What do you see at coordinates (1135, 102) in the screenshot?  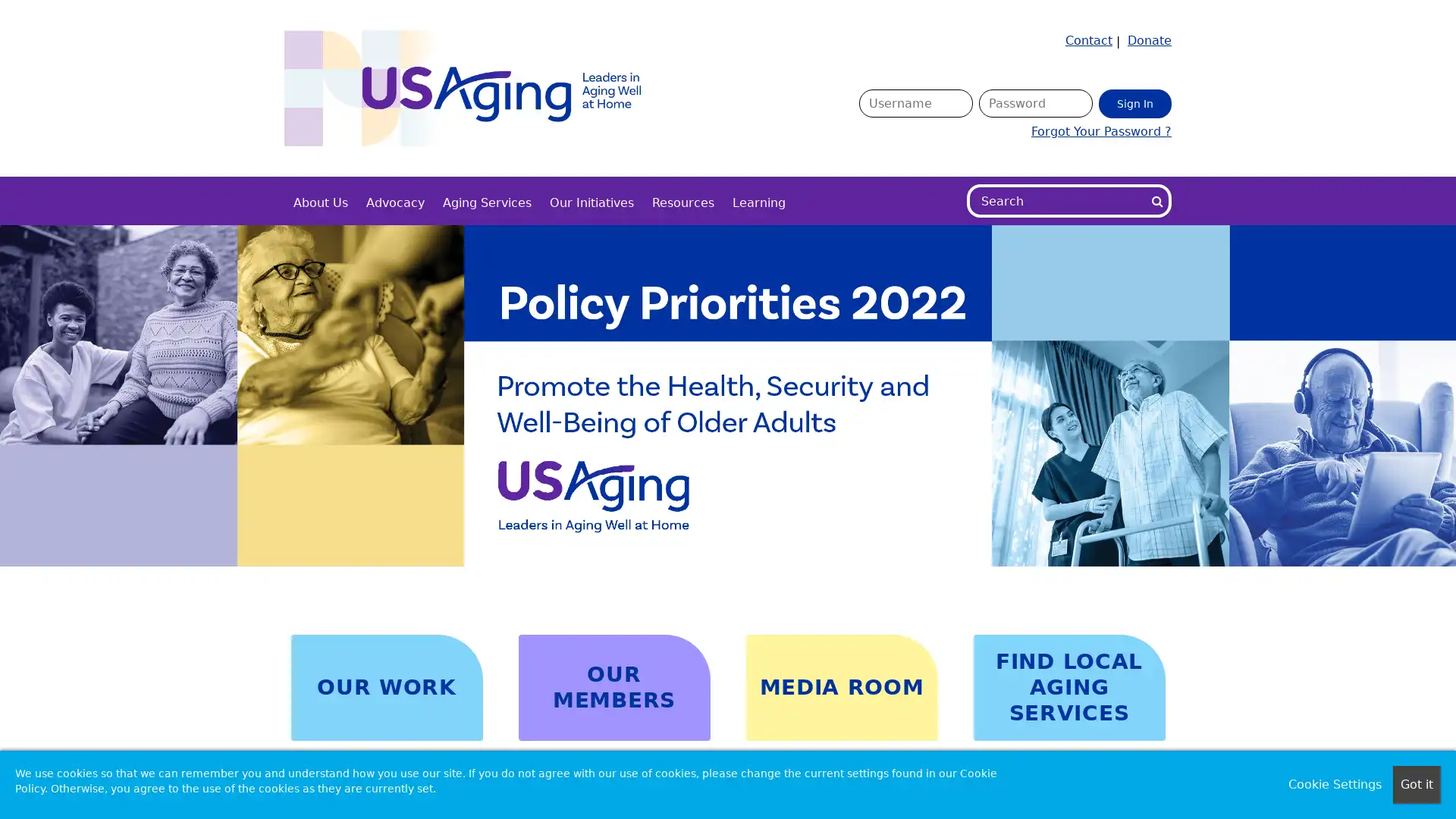 I see `Sign In` at bounding box center [1135, 102].